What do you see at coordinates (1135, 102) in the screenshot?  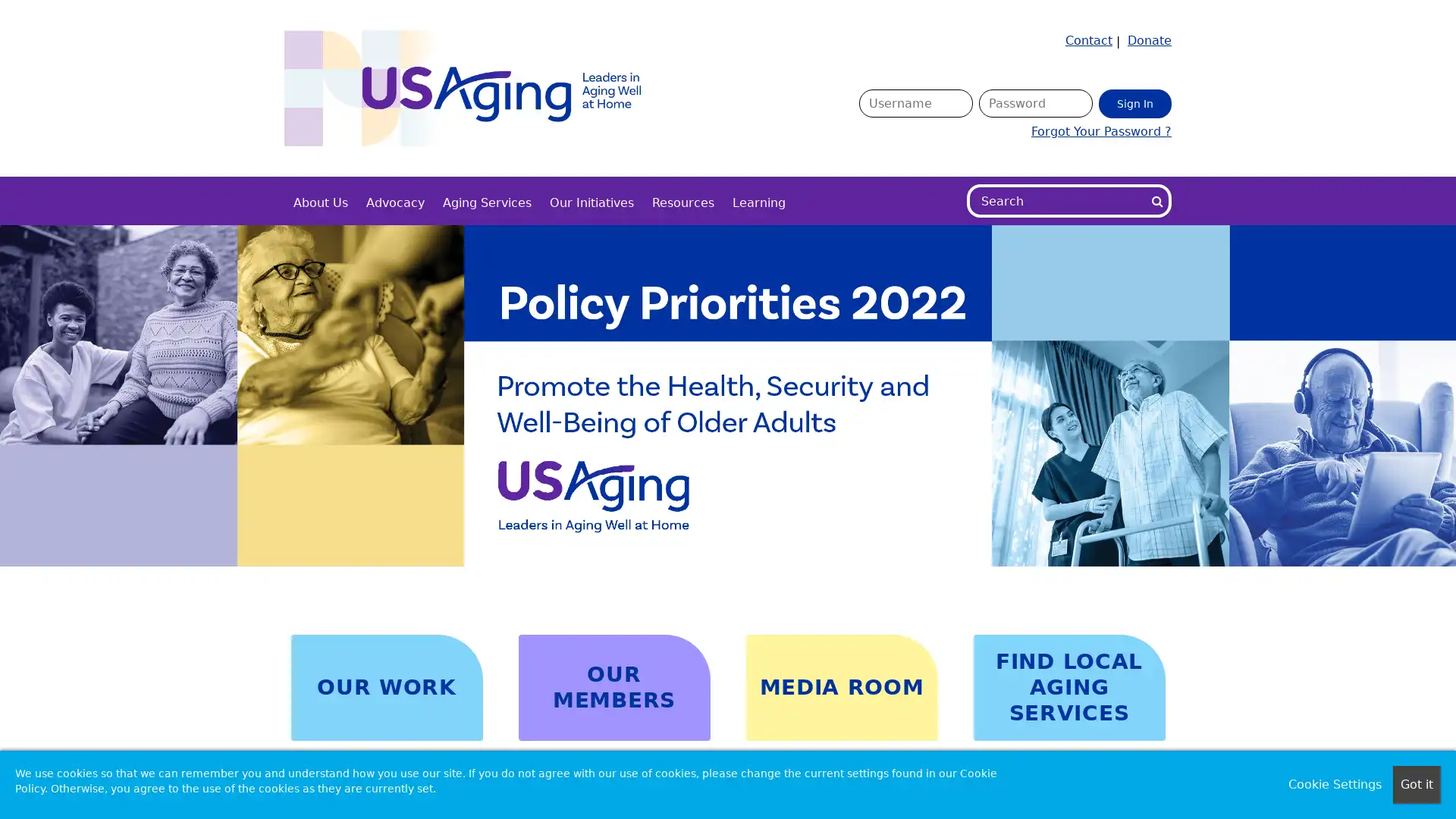 I see `Sign In` at bounding box center [1135, 102].